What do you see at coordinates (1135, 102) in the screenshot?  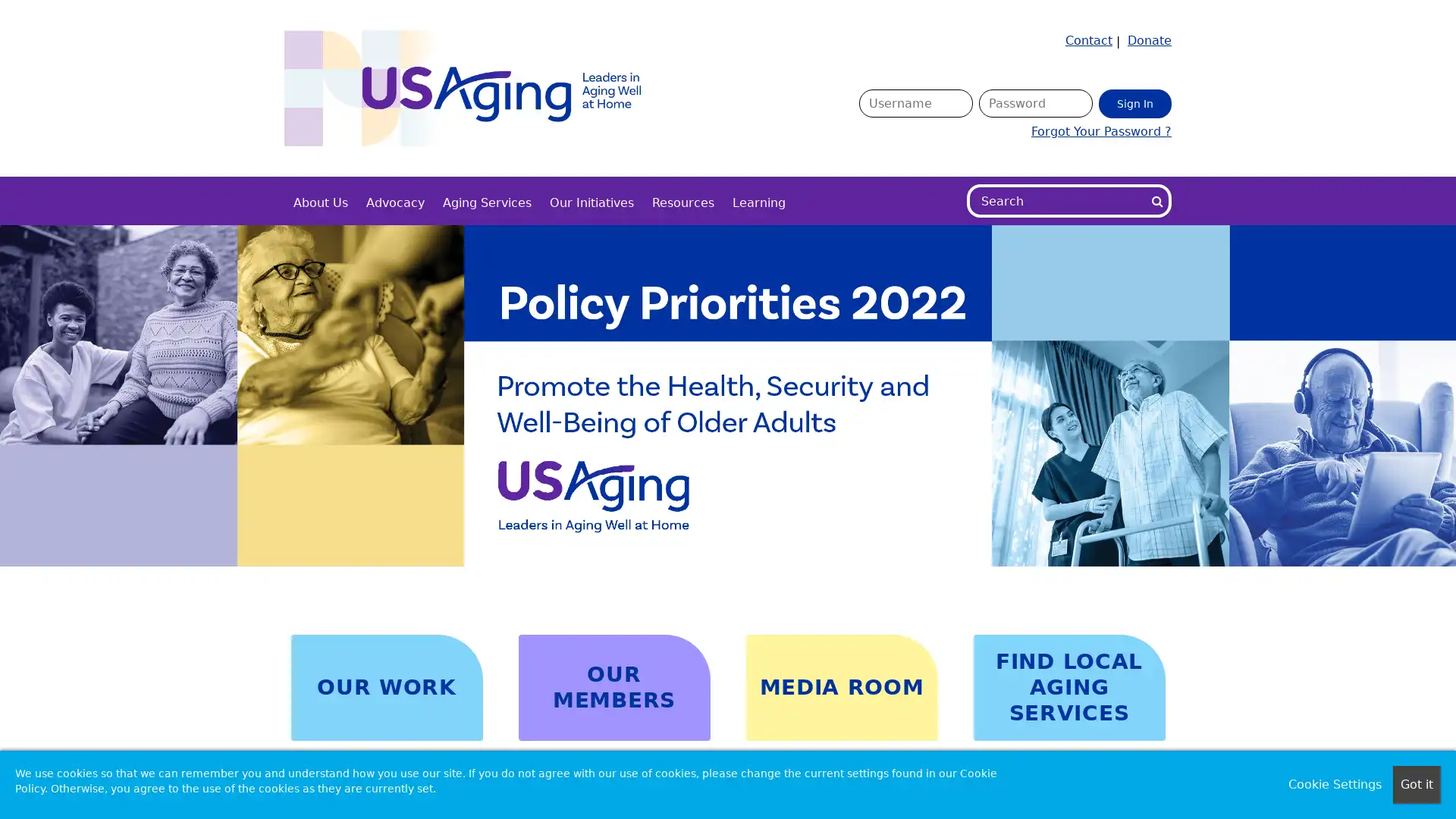 I see `Sign In` at bounding box center [1135, 102].